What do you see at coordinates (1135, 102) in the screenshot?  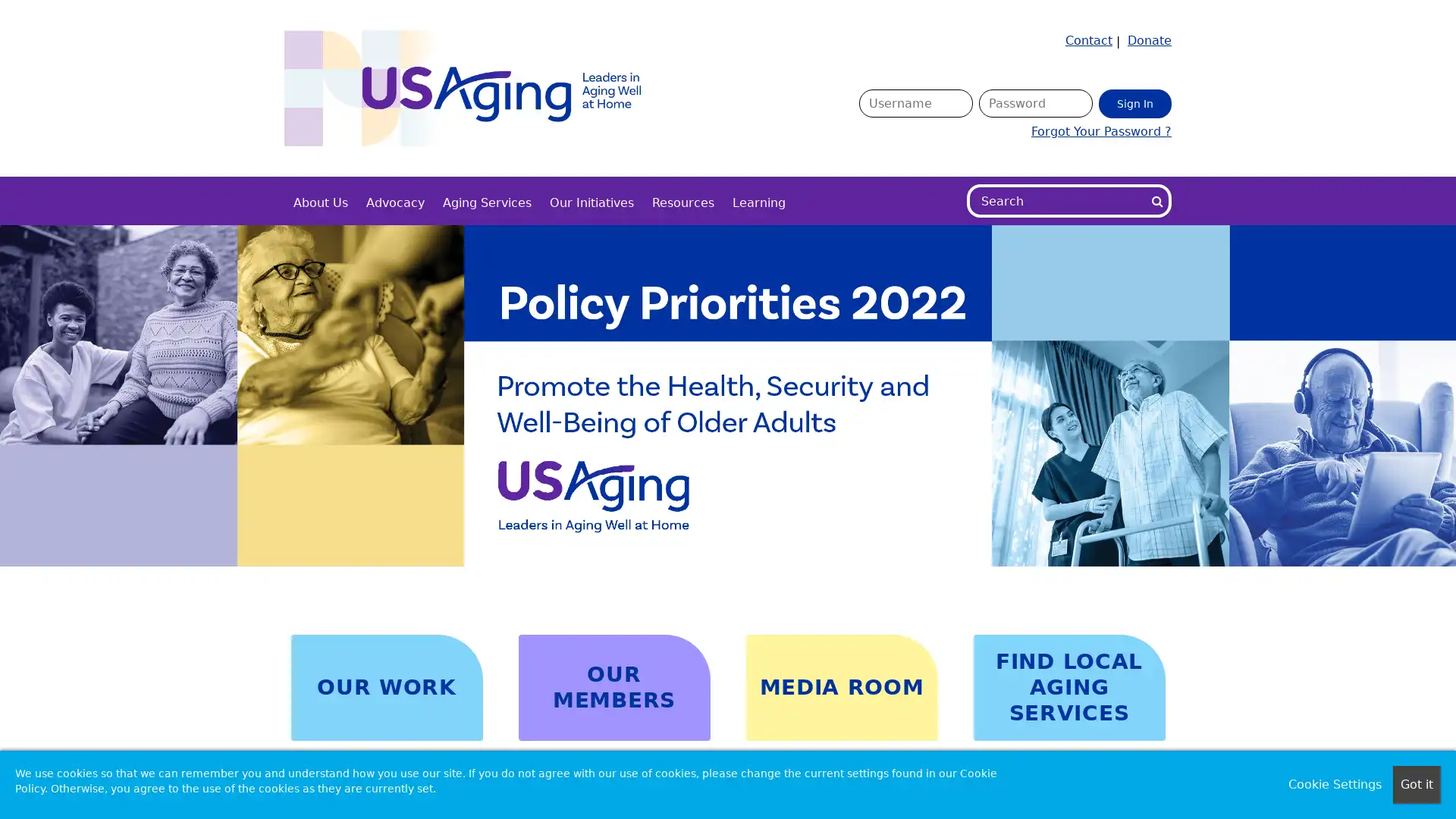 I see `Sign In` at bounding box center [1135, 102].